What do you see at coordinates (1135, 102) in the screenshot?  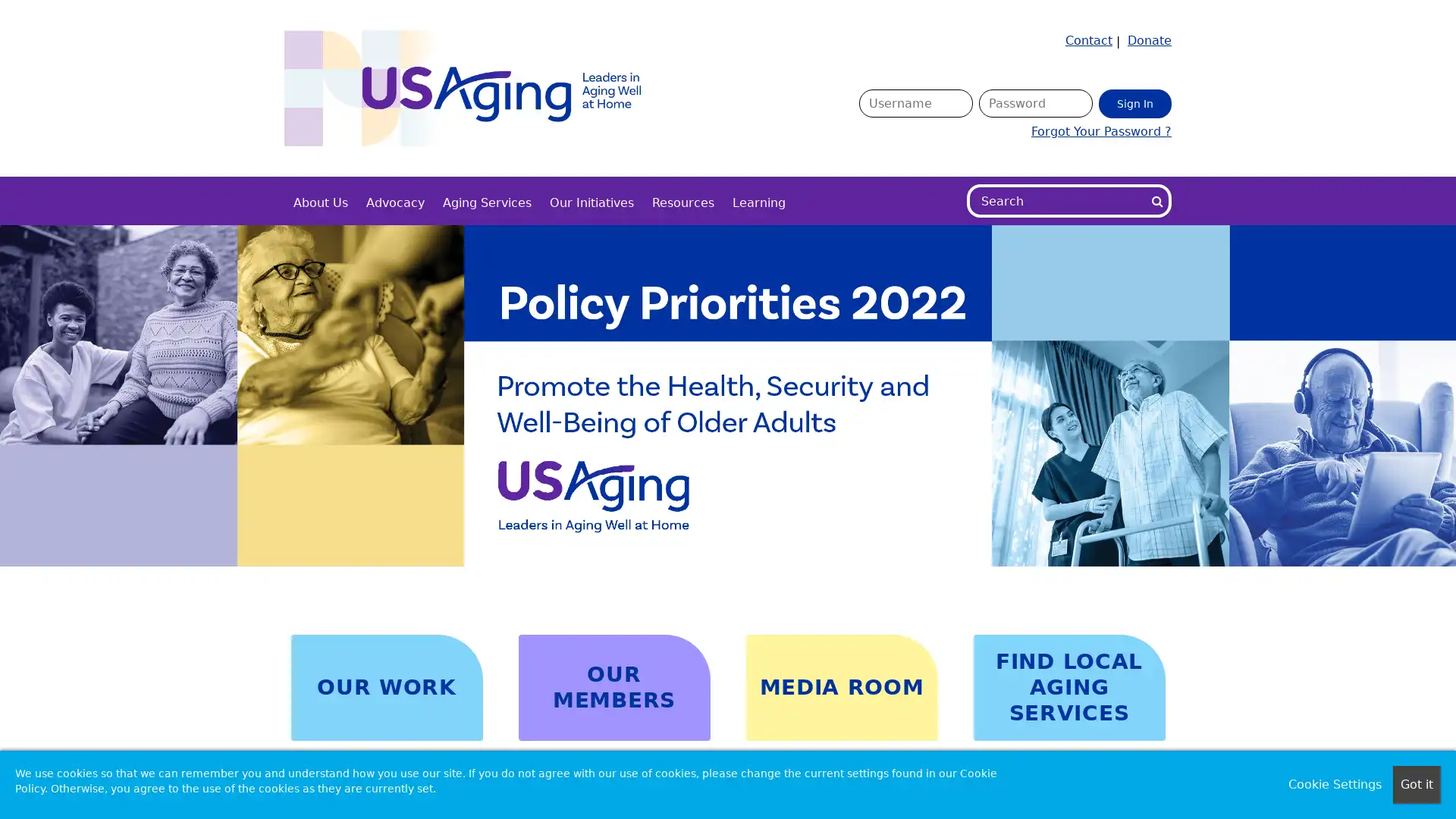 I see `Sign In` at bounding box center [1135, 102].